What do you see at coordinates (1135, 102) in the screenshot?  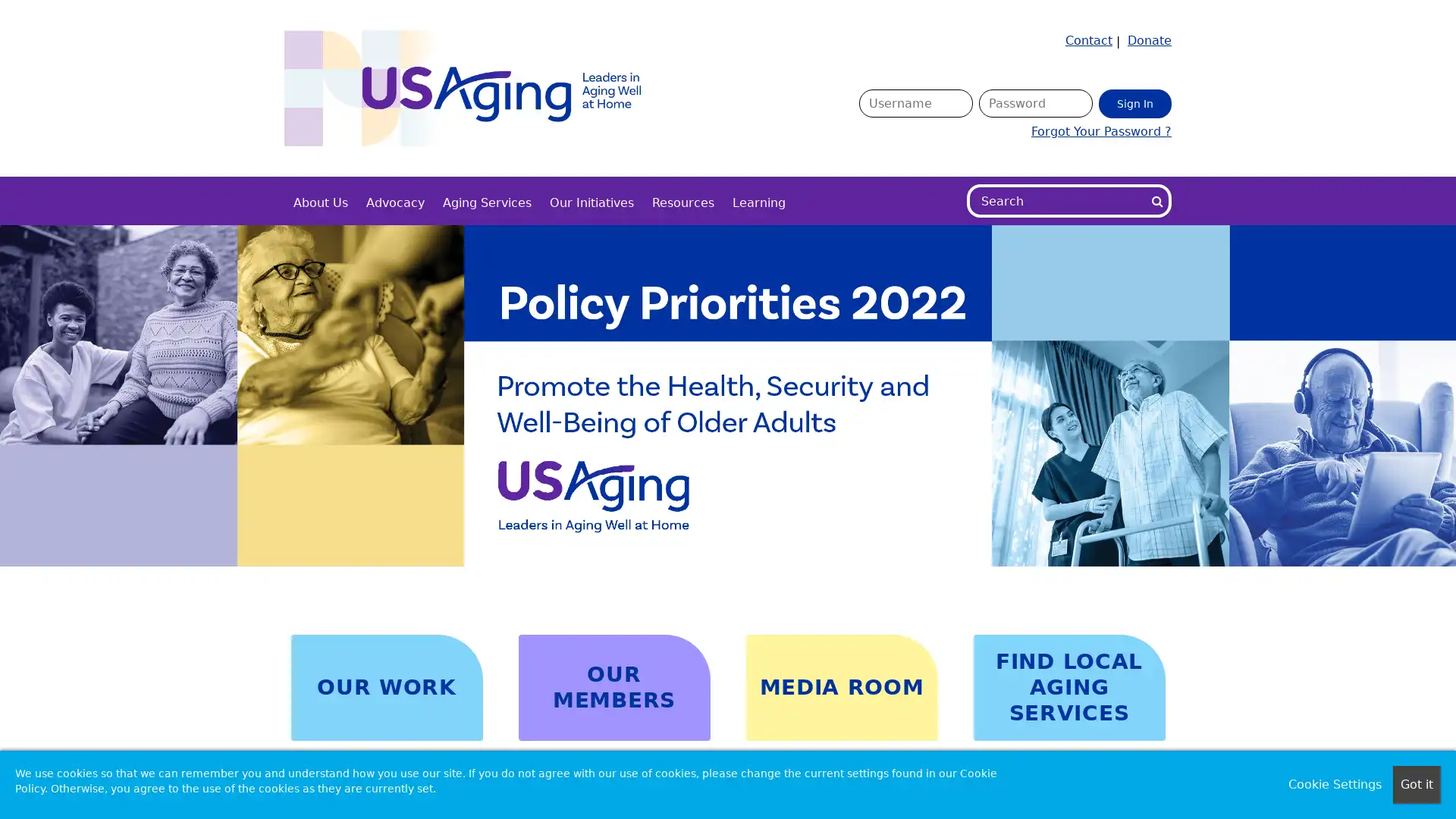 I see `Sign In` at bounding box center [1135, 102].